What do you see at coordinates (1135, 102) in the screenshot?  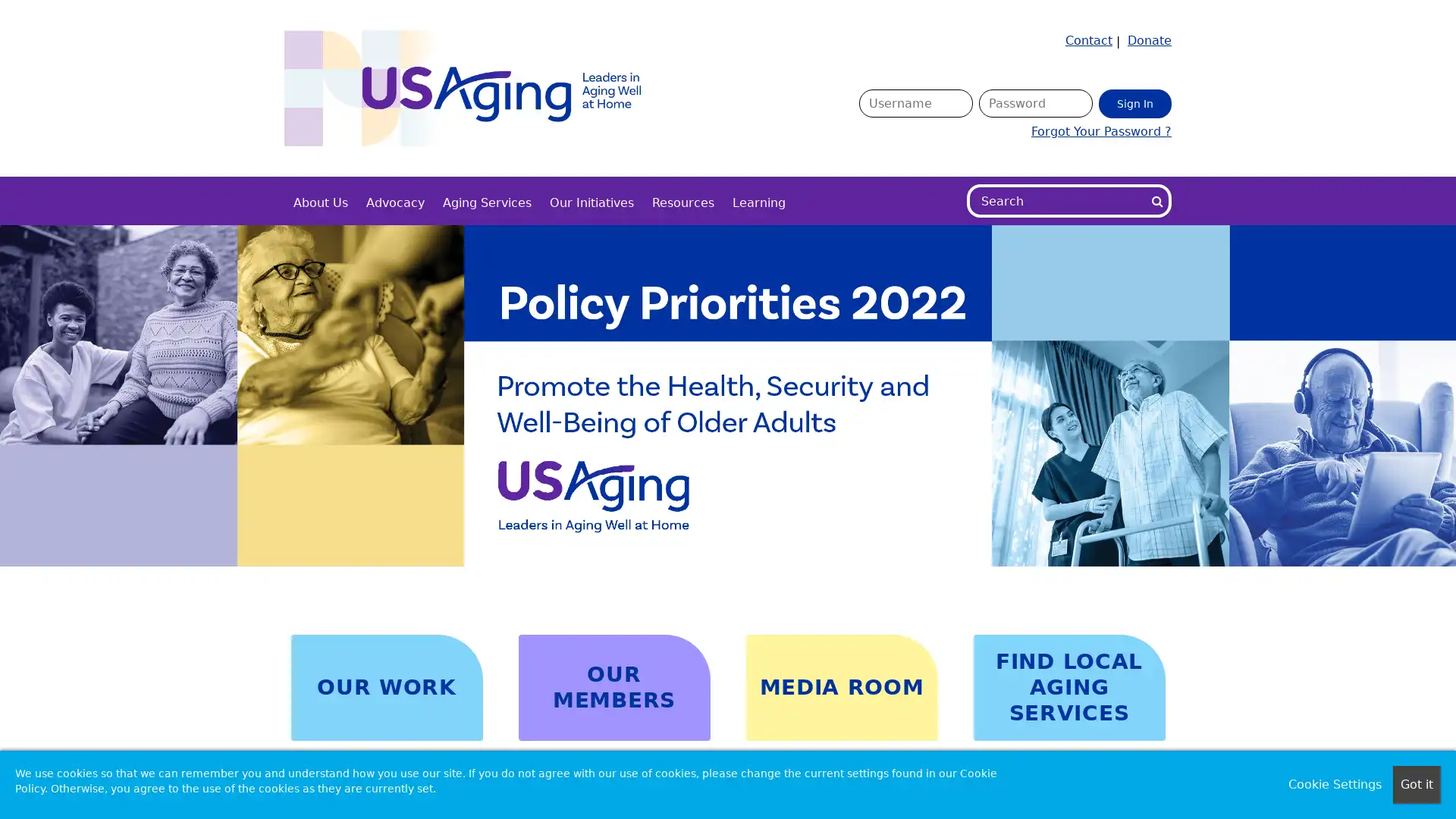 I see `Sign In` at bounding box center [1135, 102].